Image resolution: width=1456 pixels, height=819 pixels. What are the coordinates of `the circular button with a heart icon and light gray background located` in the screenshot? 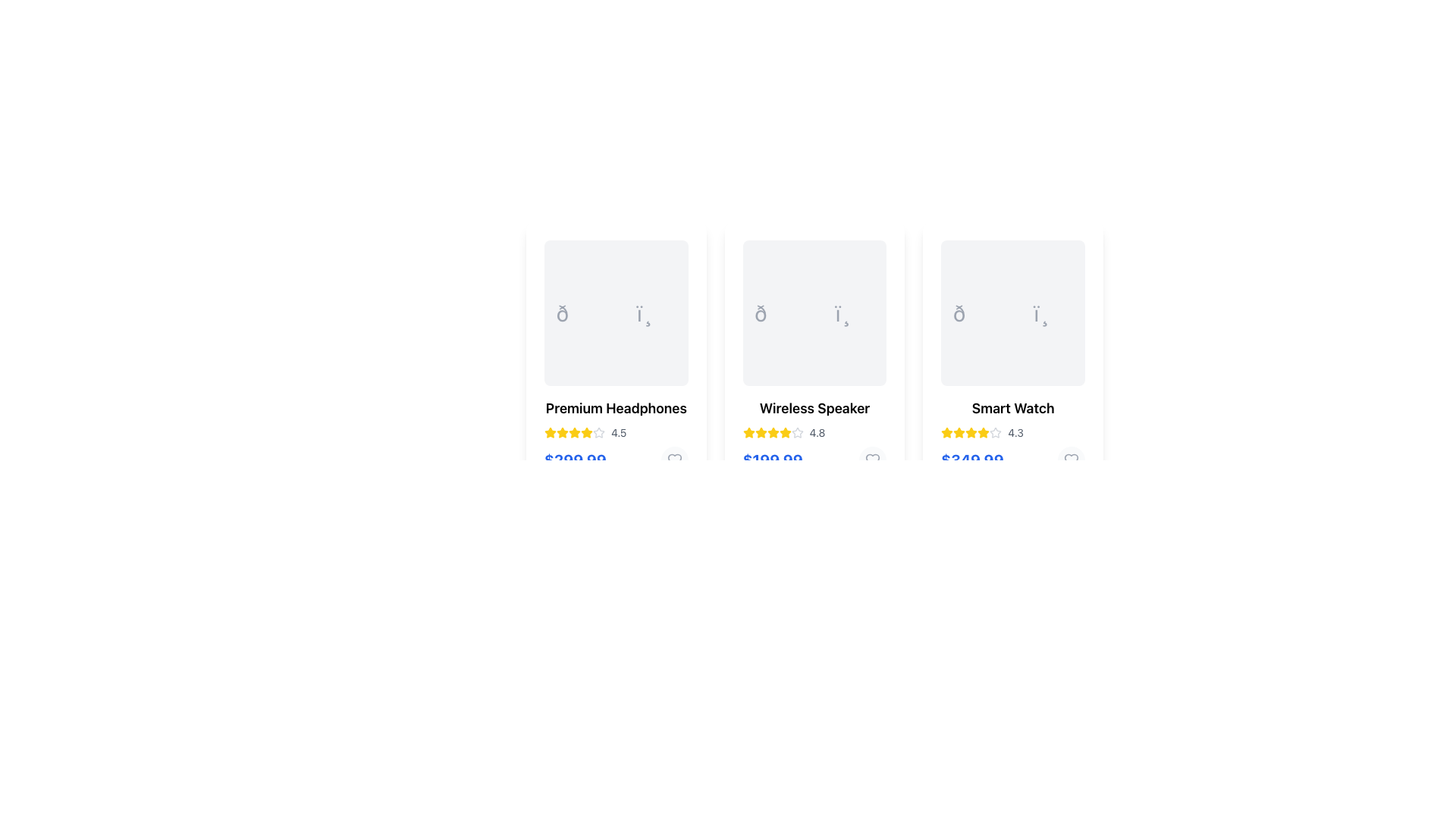 It's located at (673, 459).